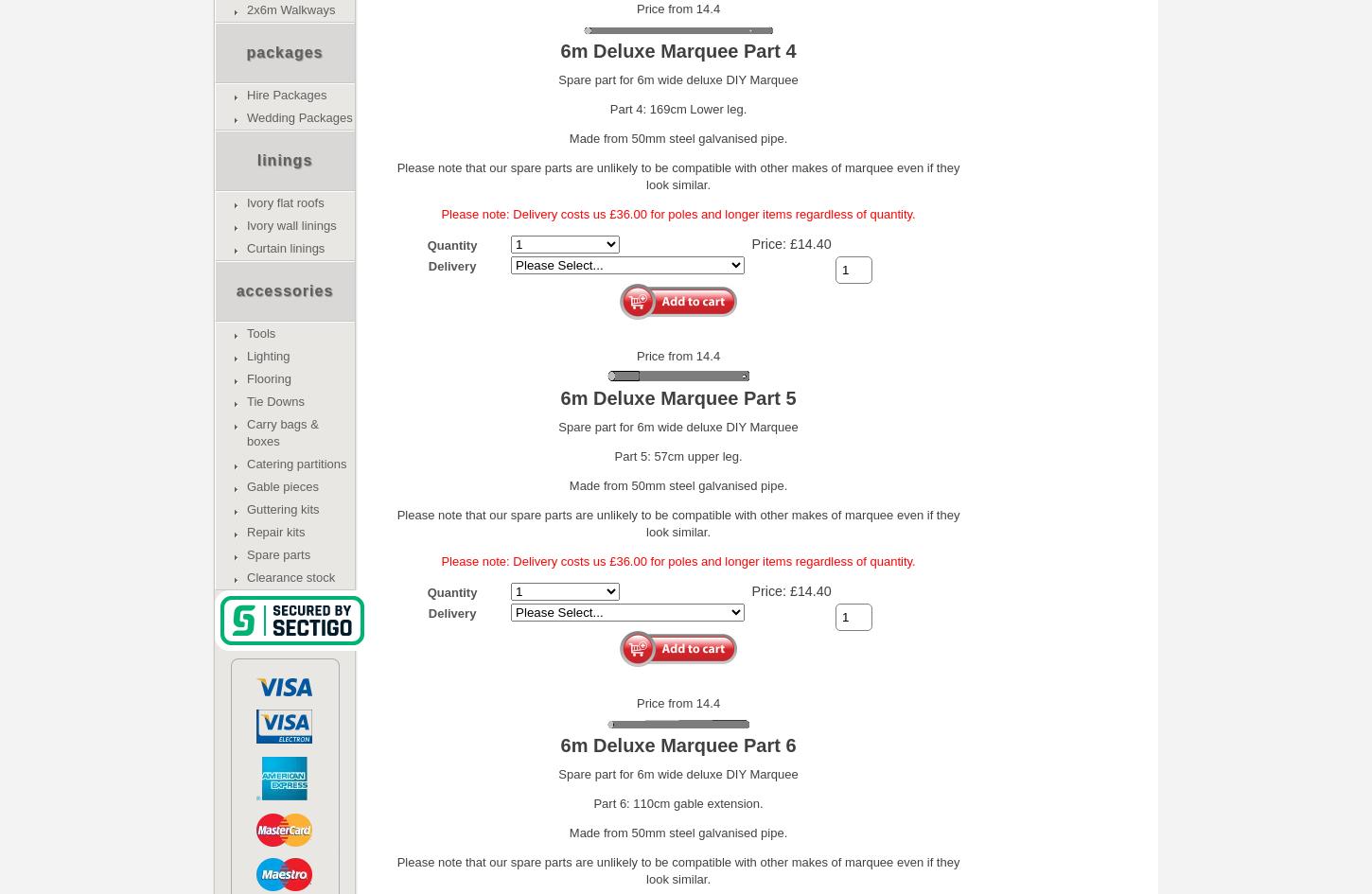  What do you see at coordinates (260, 332) in the screenshot?
I see `'Tools'` at bounding box center [260, 332].